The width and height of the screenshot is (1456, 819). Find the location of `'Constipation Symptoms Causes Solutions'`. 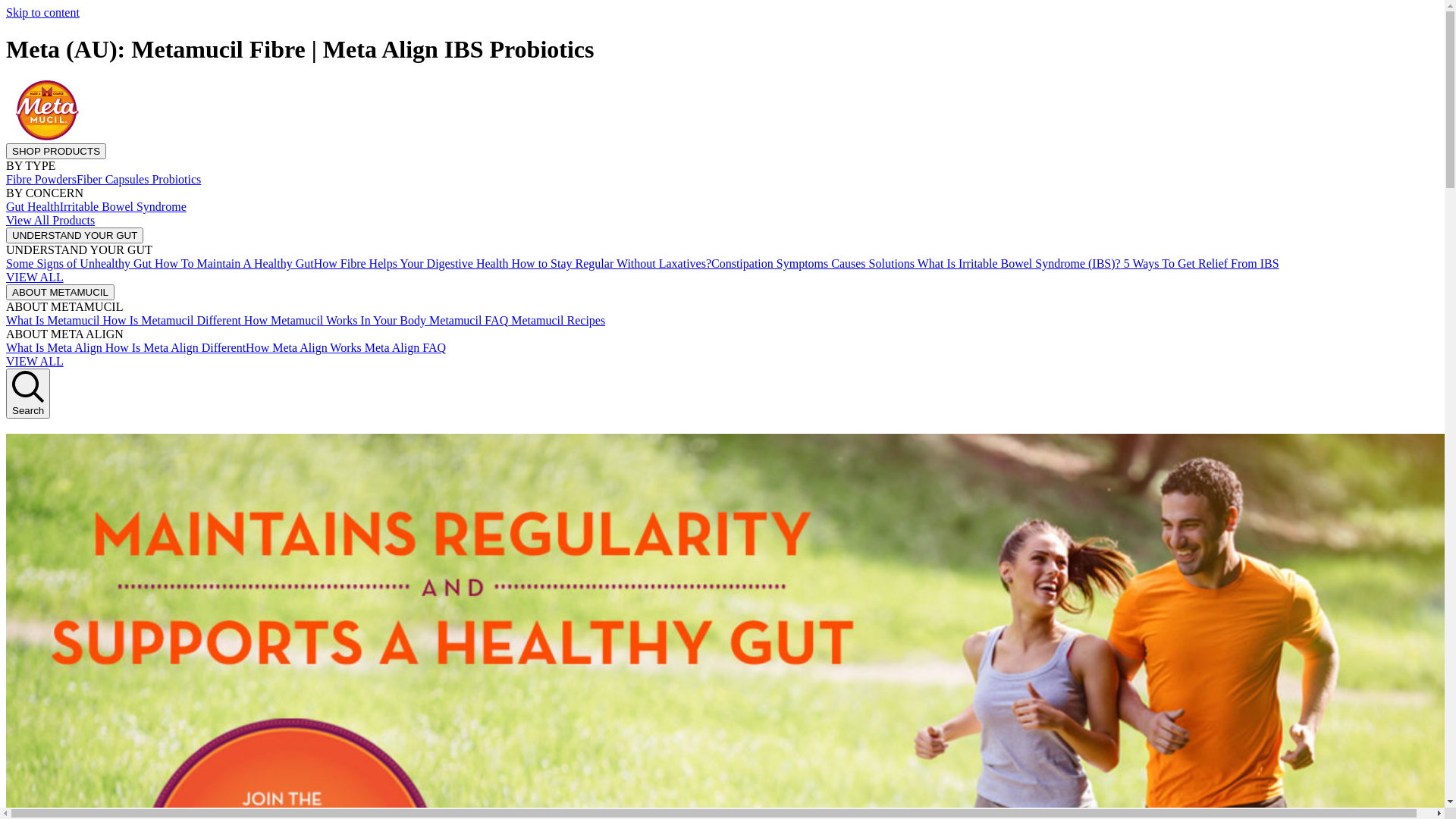

'Constipation Symptoms Causes Solutions' is located at coordinates (710, 262).